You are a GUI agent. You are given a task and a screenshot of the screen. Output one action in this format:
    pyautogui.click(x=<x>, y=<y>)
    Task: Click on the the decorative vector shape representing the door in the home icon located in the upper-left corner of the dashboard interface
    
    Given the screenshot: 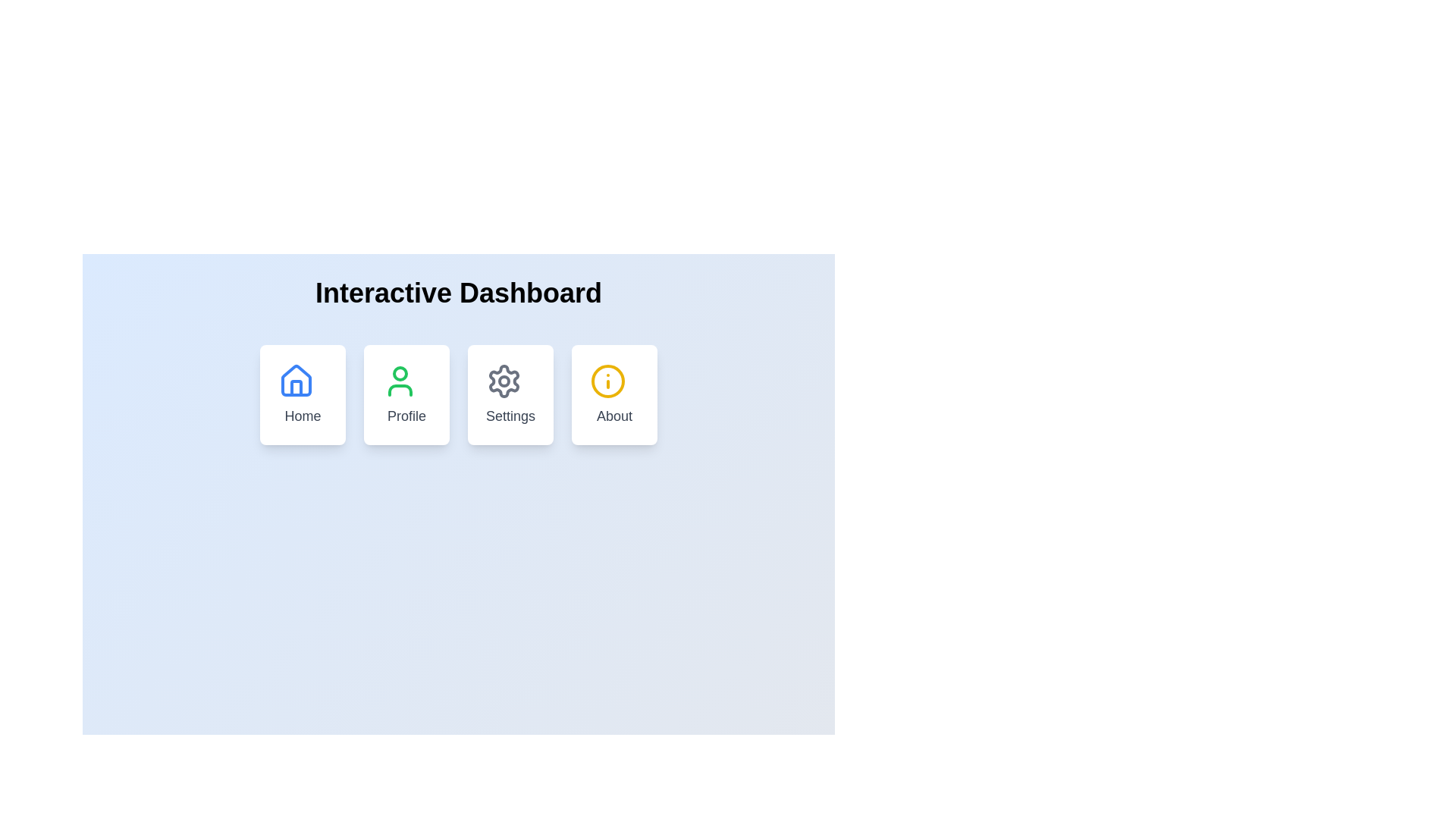 What is the action you would take?
    pyautogui.click(x=296, y=388)
    